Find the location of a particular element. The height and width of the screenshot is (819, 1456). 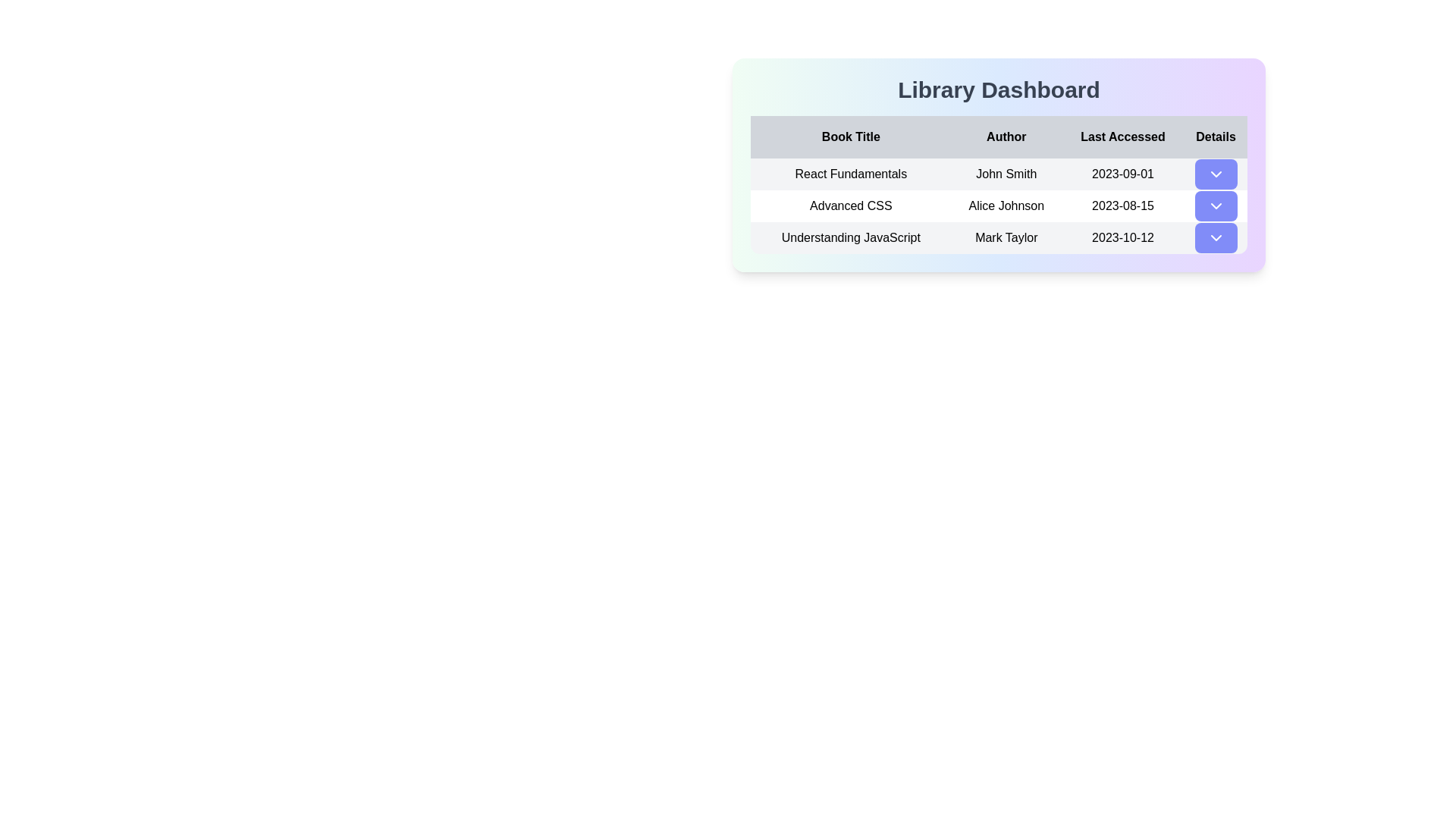

the text label containing 'John Smith' in the Author column of the library dashboard table is located at coordinates (1006, 174).